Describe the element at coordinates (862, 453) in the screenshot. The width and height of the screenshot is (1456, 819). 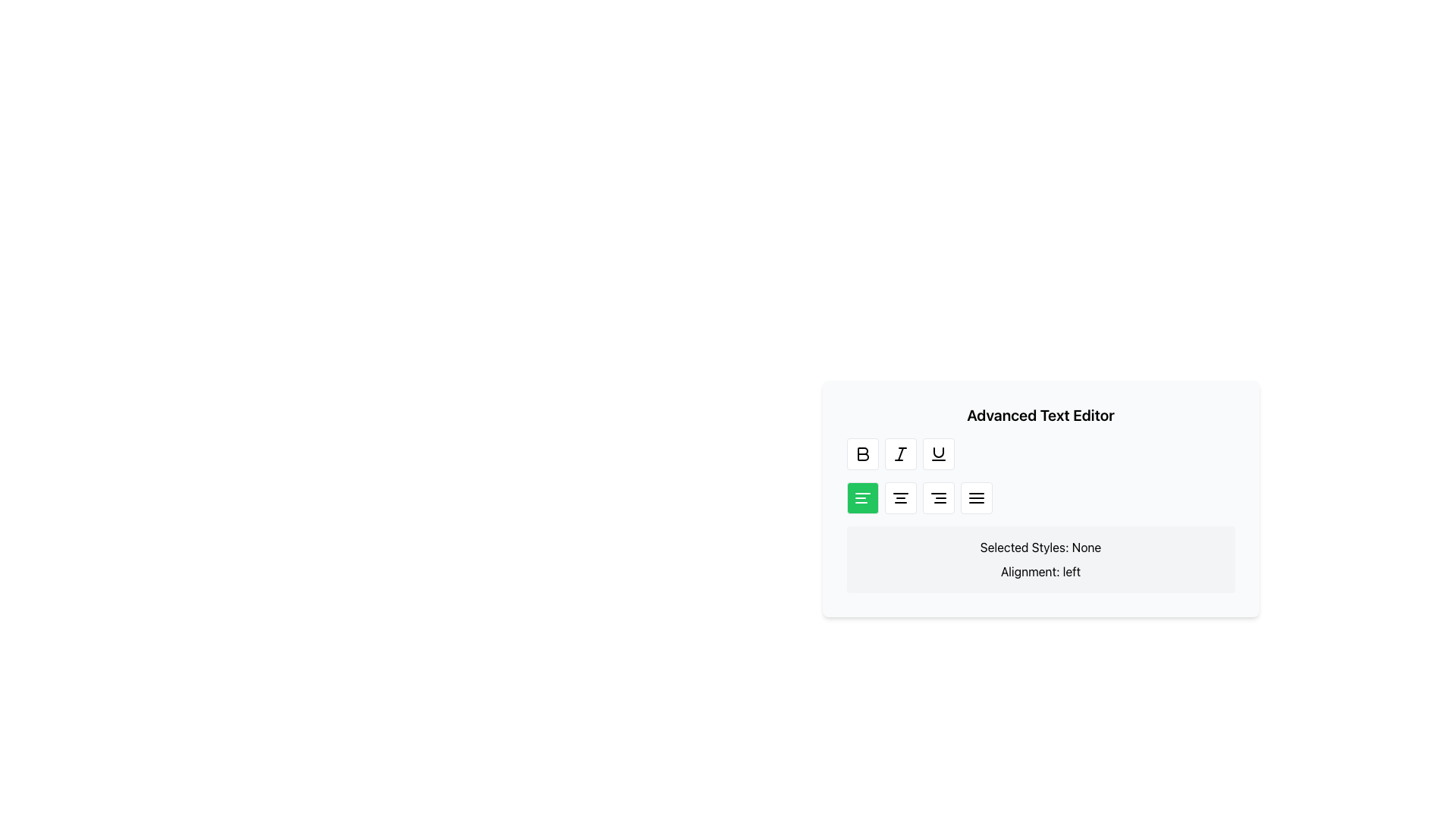
I see `the bold 'B' icon button located in the toolbar below the 'Advanced Text Editor' header` at that location.